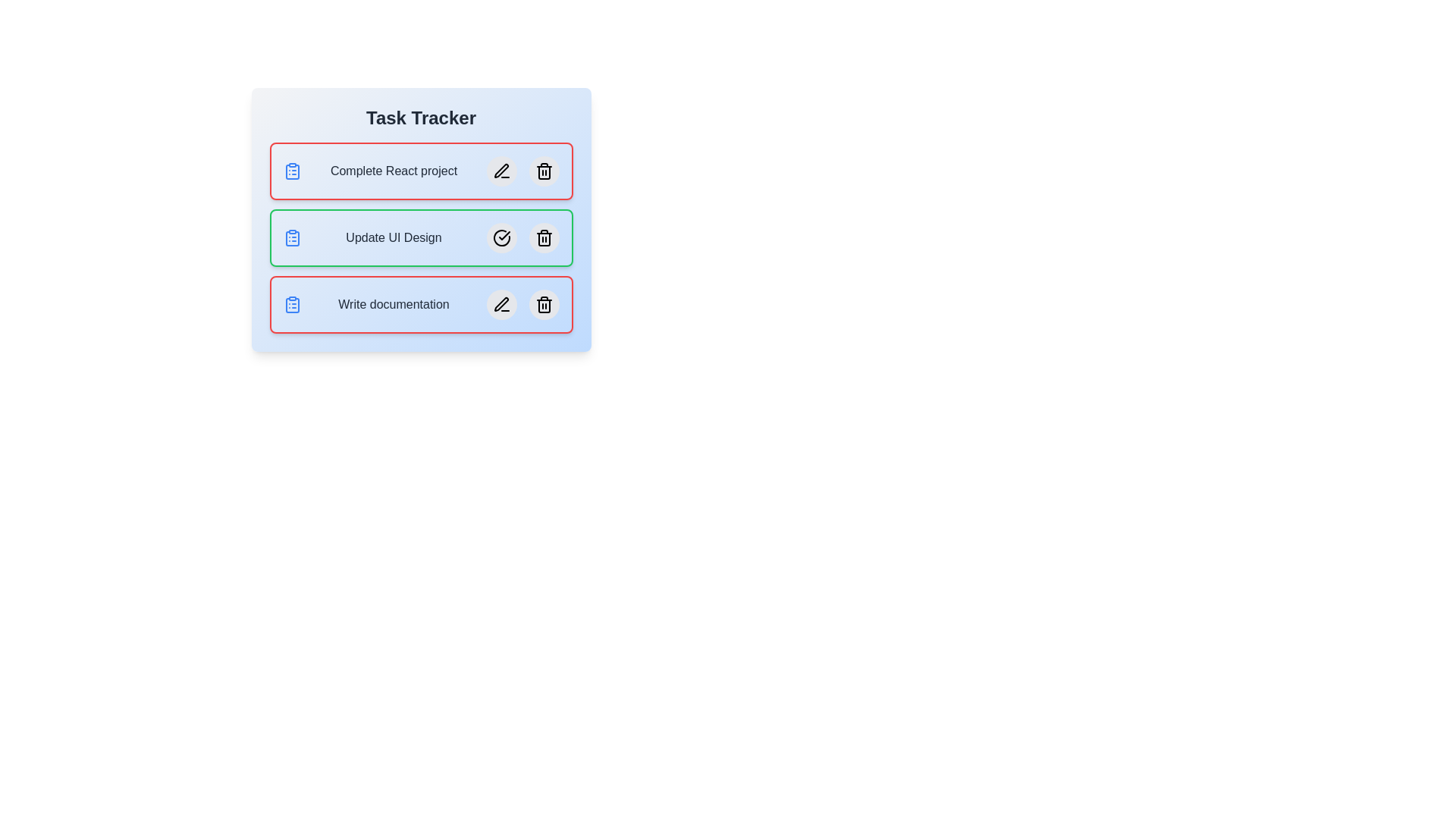  What do you see at coordinates (544, 237) in the screenshot?
I see `the delete button for the task named Update UI Design` at bounding box center [544, 237].